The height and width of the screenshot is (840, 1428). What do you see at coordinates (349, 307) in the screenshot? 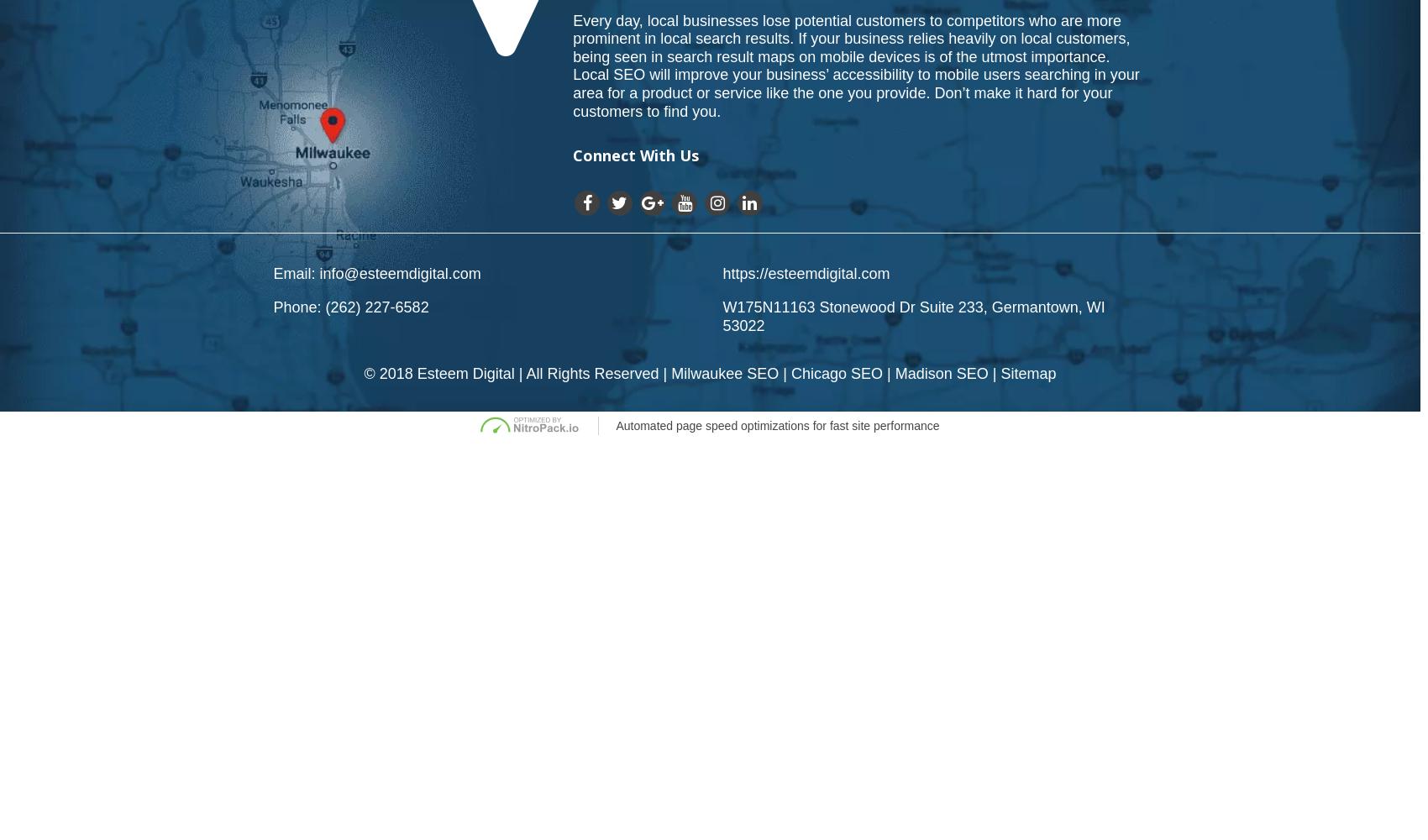
I see `'Phone: (262) 227-6582'` at bounding box center [349, 307].